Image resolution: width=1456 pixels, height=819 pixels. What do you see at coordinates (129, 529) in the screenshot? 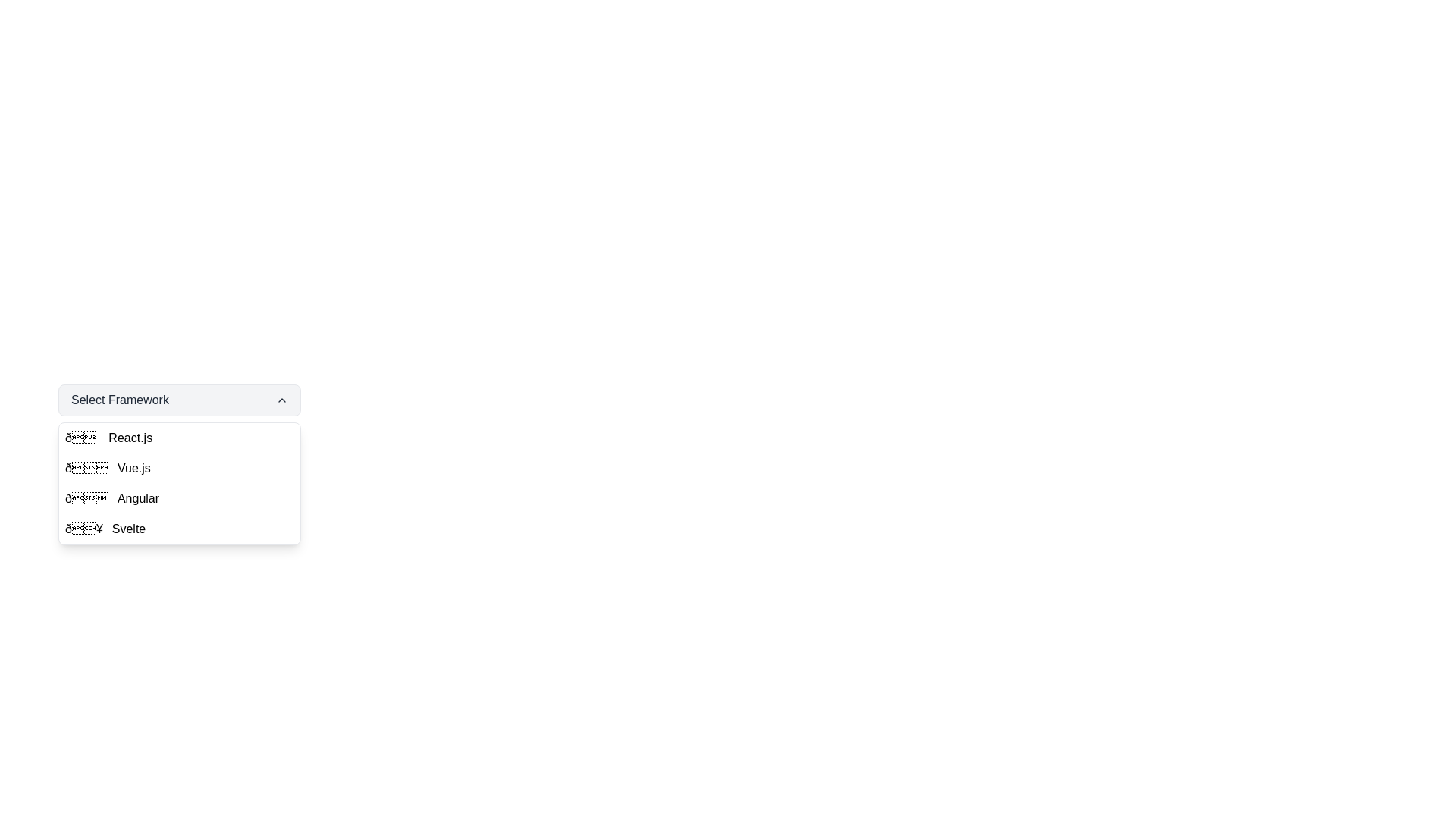
I see `the 'Svelte' label in the dropdown menu under the 'Select Framework' label` at bounding box center [129, 529].